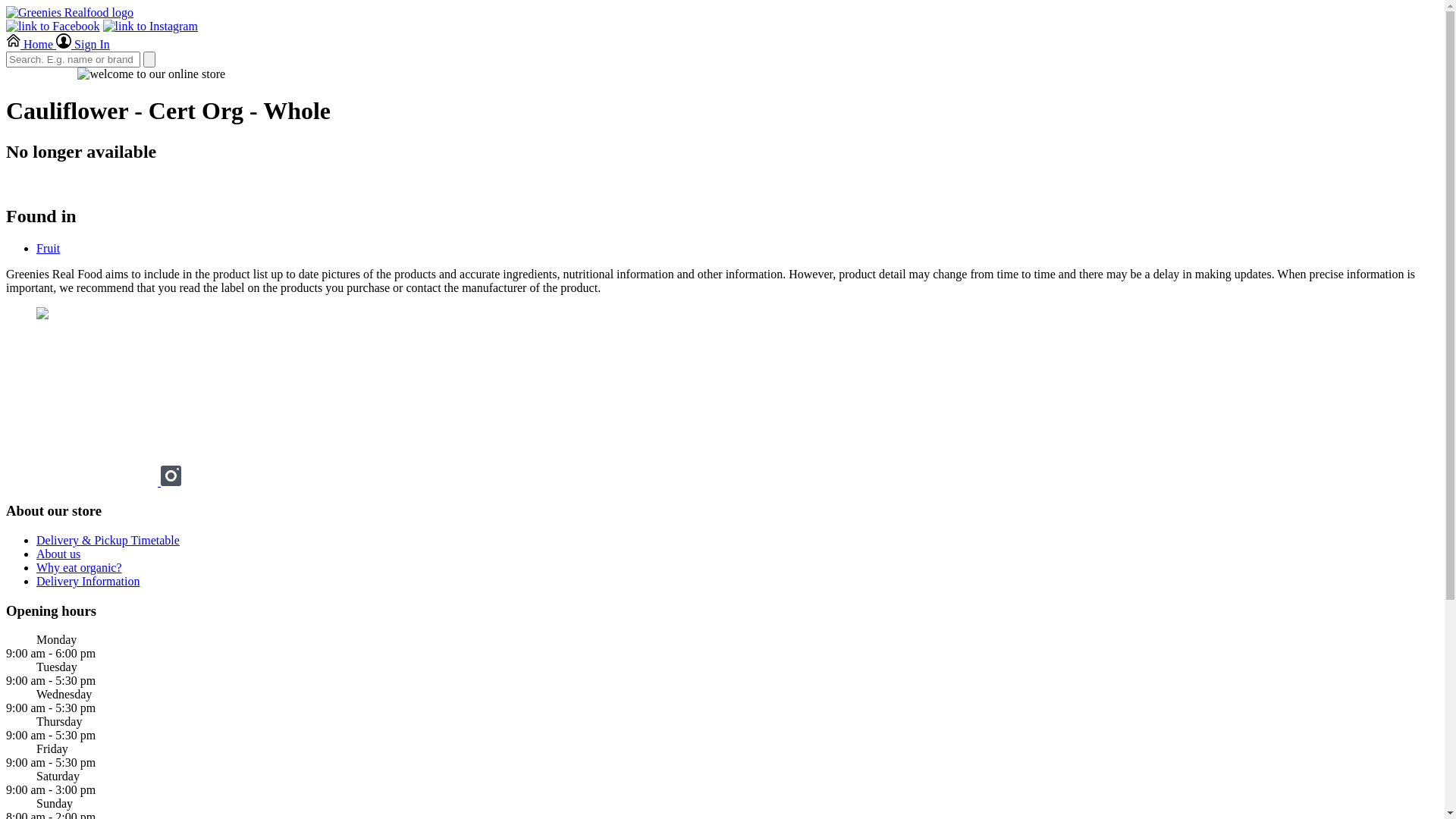  I want to click on 'About us', so click(58, 554).